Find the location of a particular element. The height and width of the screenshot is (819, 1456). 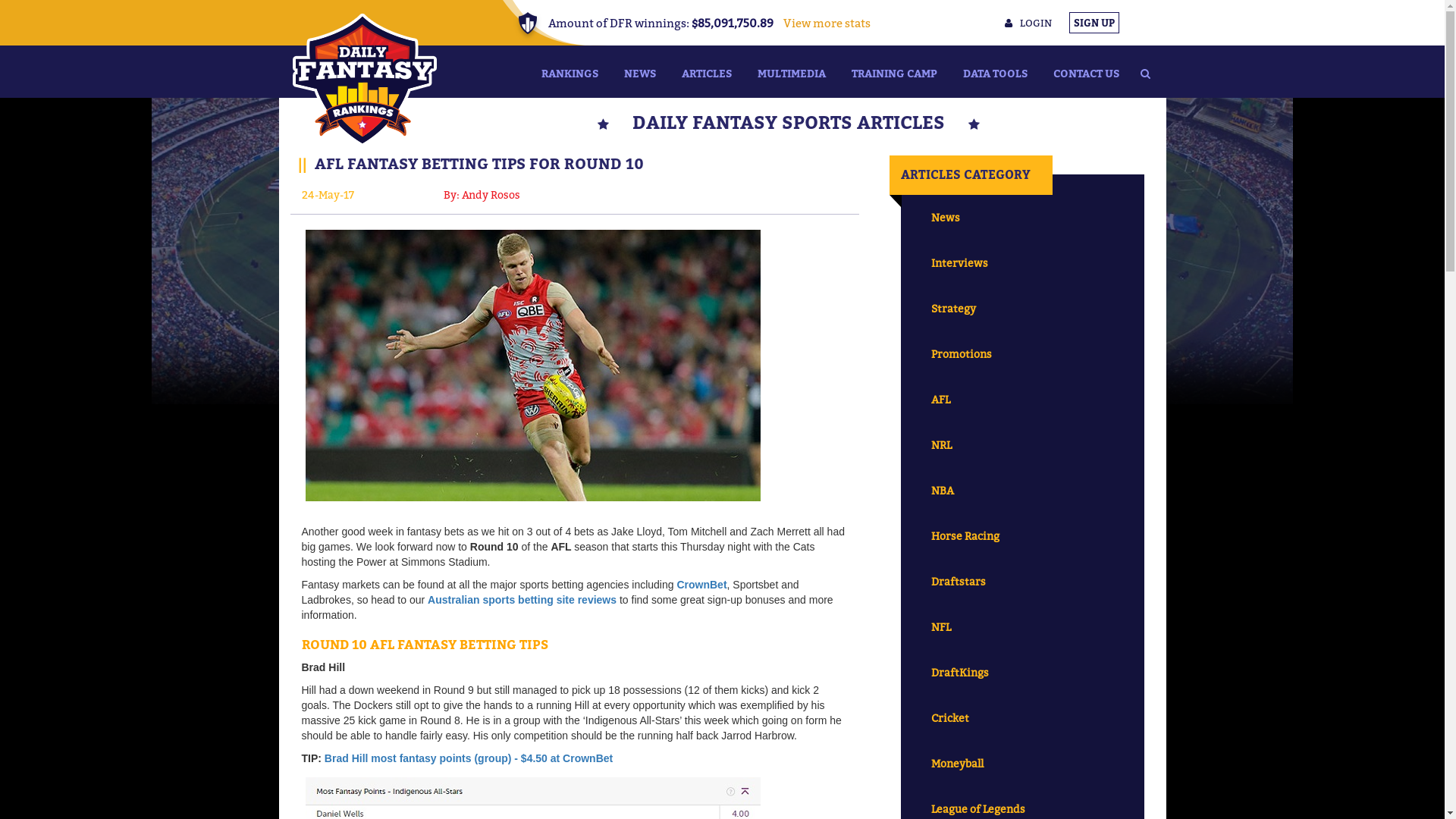

'Promotions' is located at coordinates (1022, 353).